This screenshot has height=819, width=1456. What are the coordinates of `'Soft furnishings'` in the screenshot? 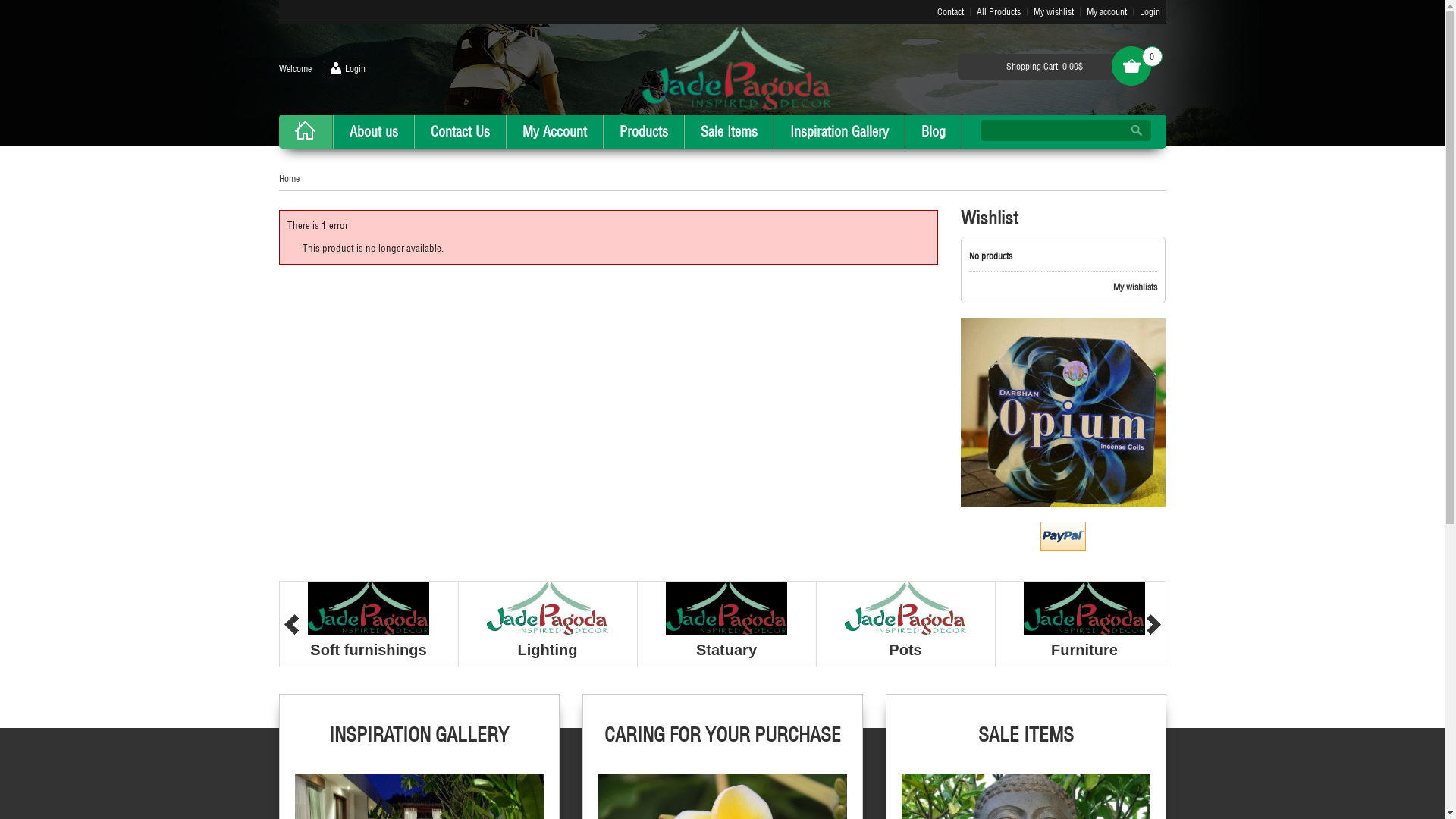 It's located at (368, 648).